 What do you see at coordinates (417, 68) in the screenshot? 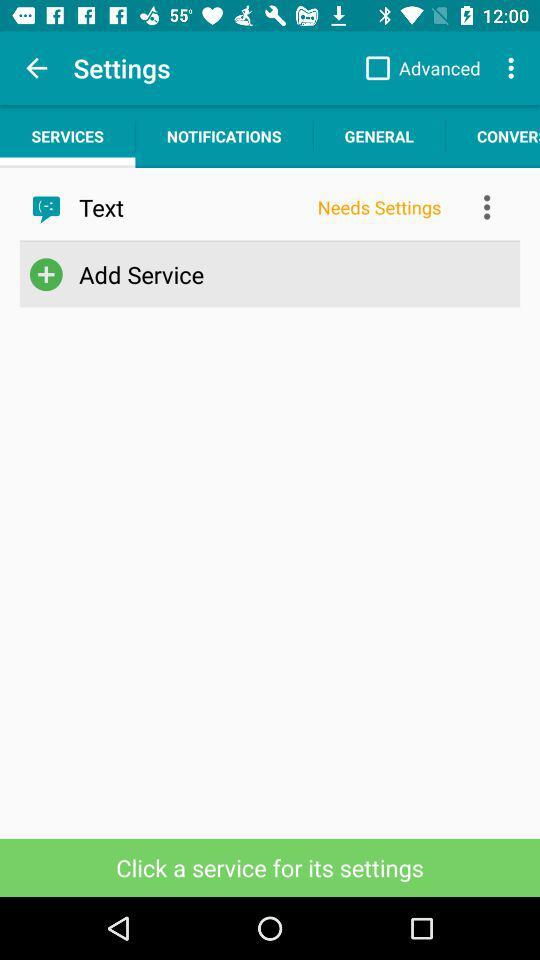
I see `app above the general` at bounding box center [417, 68].